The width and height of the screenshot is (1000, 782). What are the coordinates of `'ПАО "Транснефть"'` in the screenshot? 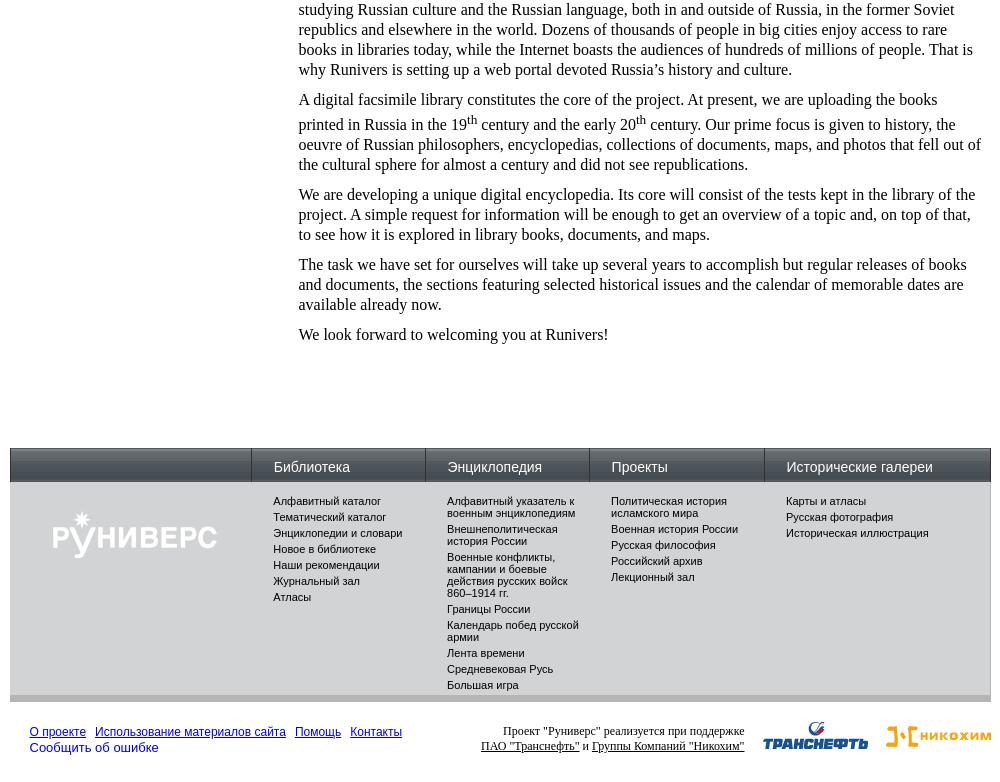 It's located at (530, 745).